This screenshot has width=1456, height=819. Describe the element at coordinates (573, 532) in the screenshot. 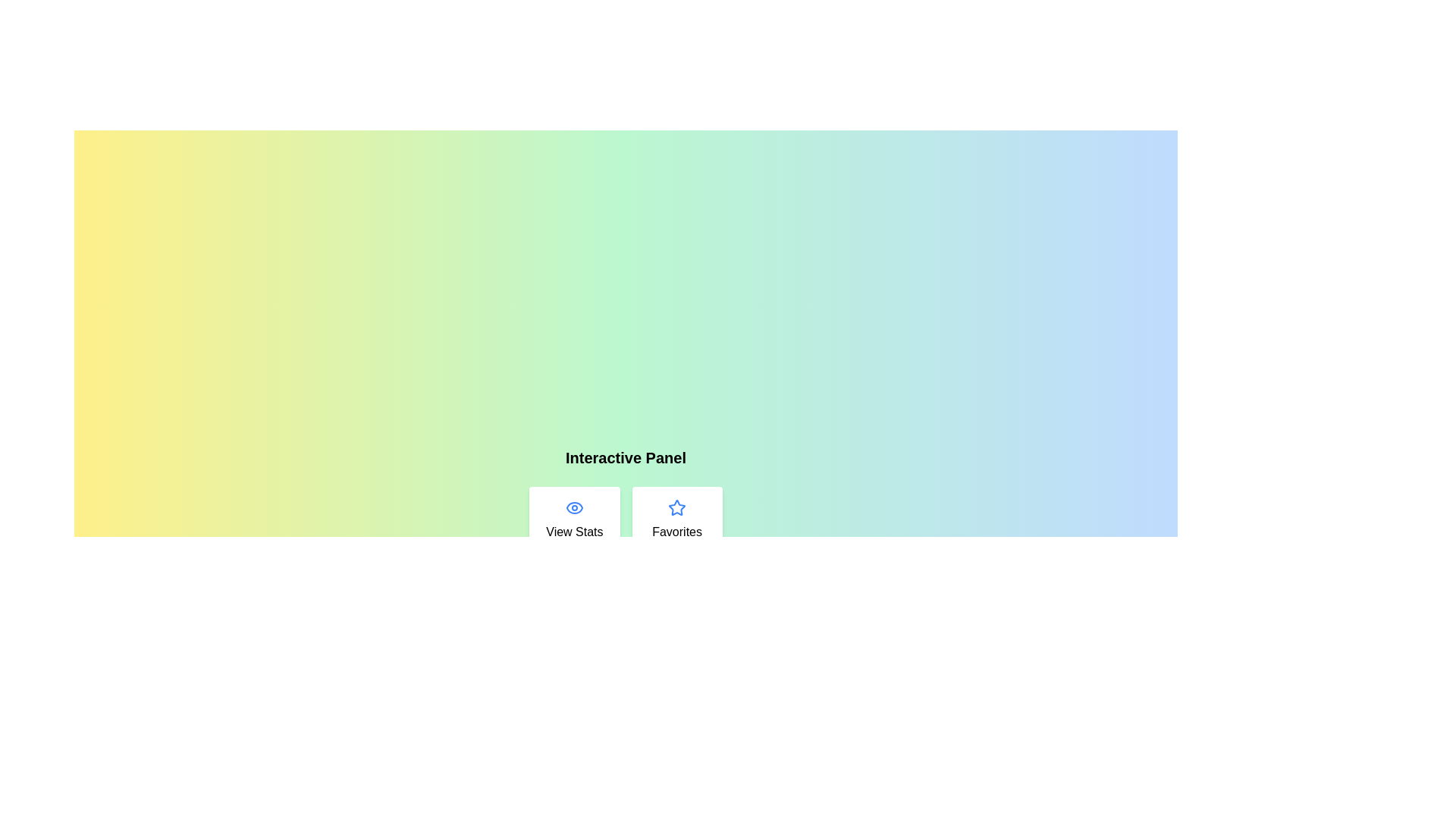

I see `the static text label 'View Stats' located at the bottom of the box, directly below the eye icon` at that location.